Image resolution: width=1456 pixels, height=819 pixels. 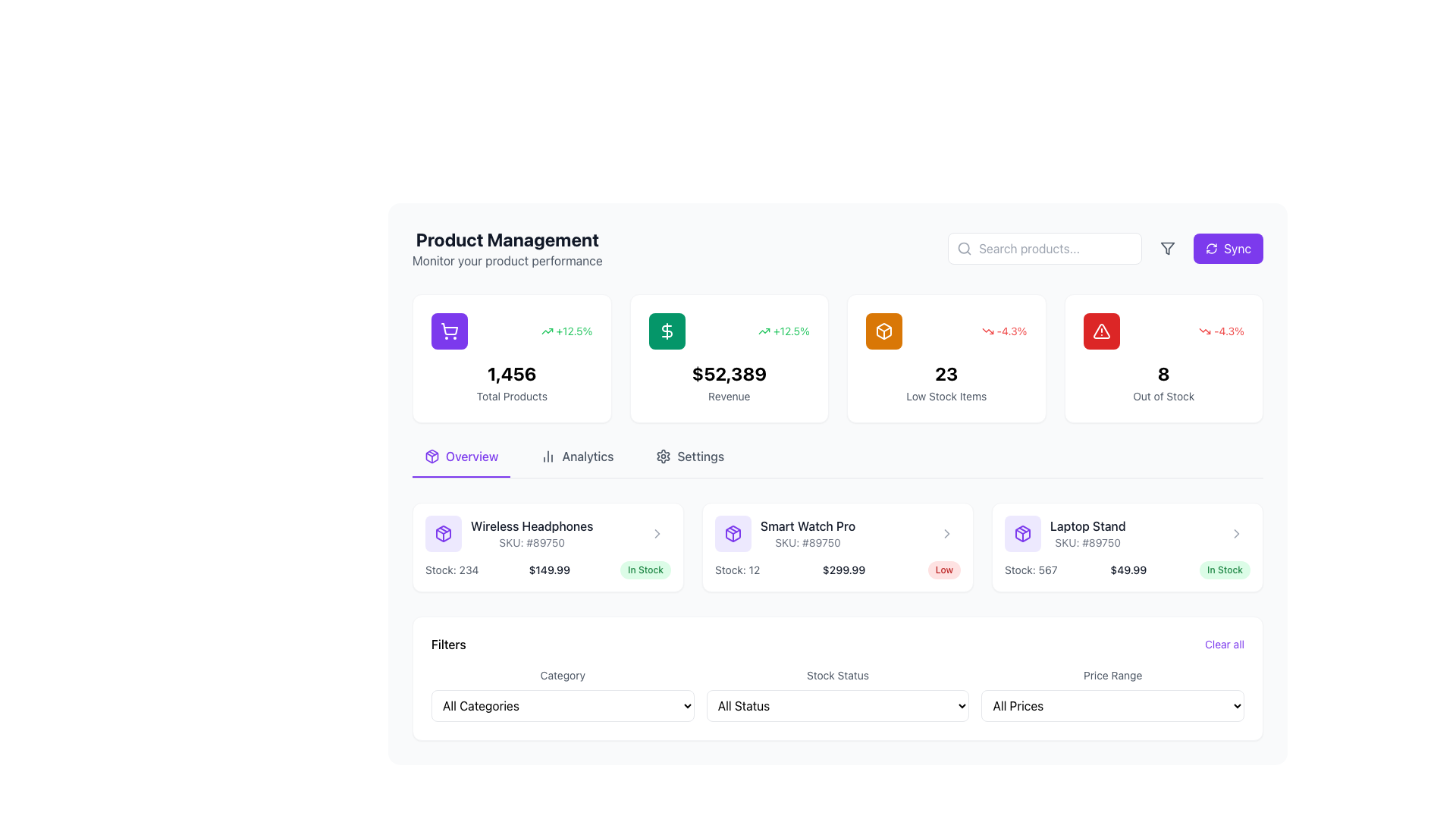 What do you see at coordinates (576, 461) in the screenshot?
I see `the analytics button in the navigation menu, which is the second item between 'Overview' and 'Settings', to trigger a visual response` at bounding box center [576, 461].